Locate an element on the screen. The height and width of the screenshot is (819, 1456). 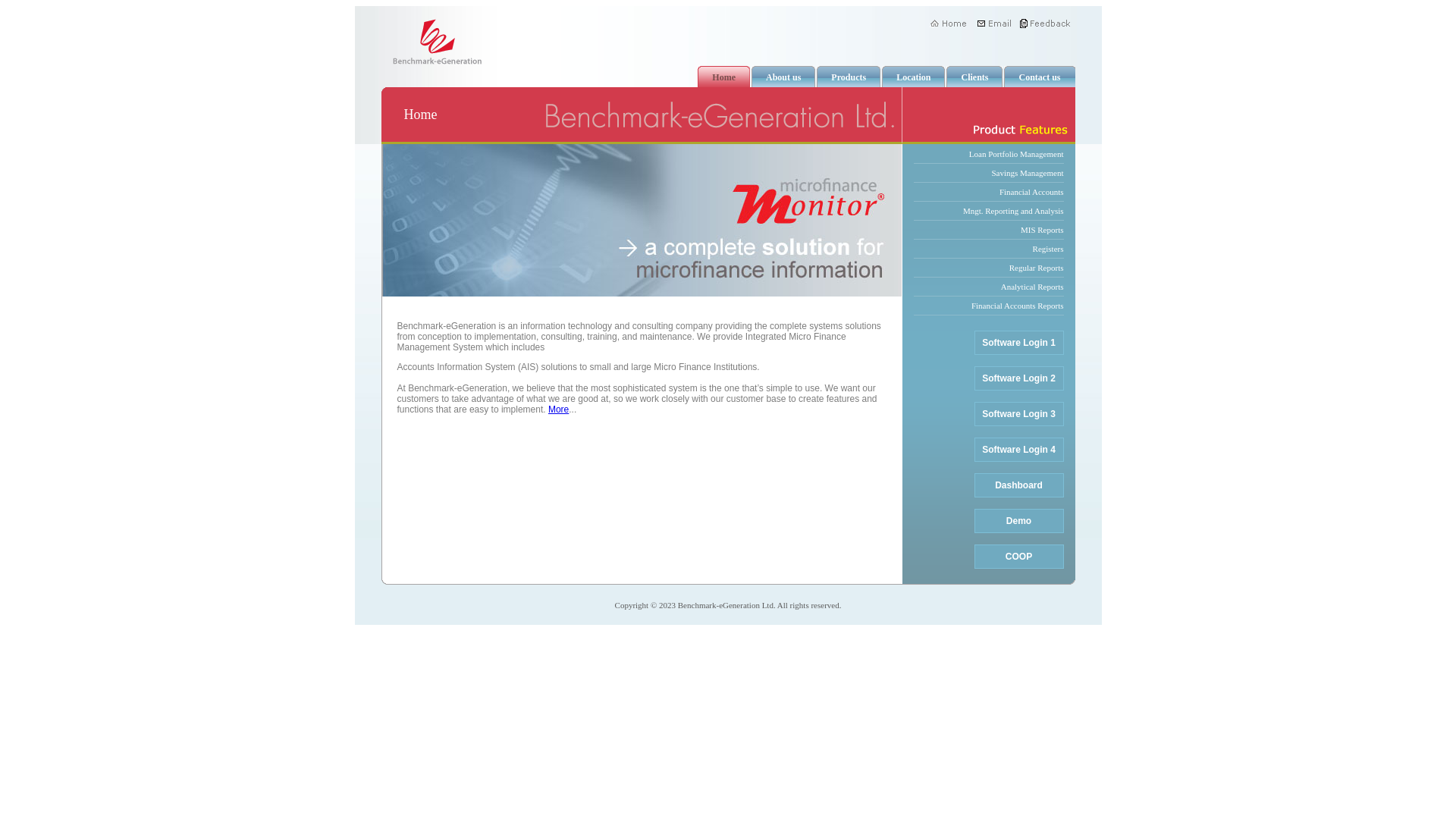
'COOP' is located at coordinates (1018, 556).